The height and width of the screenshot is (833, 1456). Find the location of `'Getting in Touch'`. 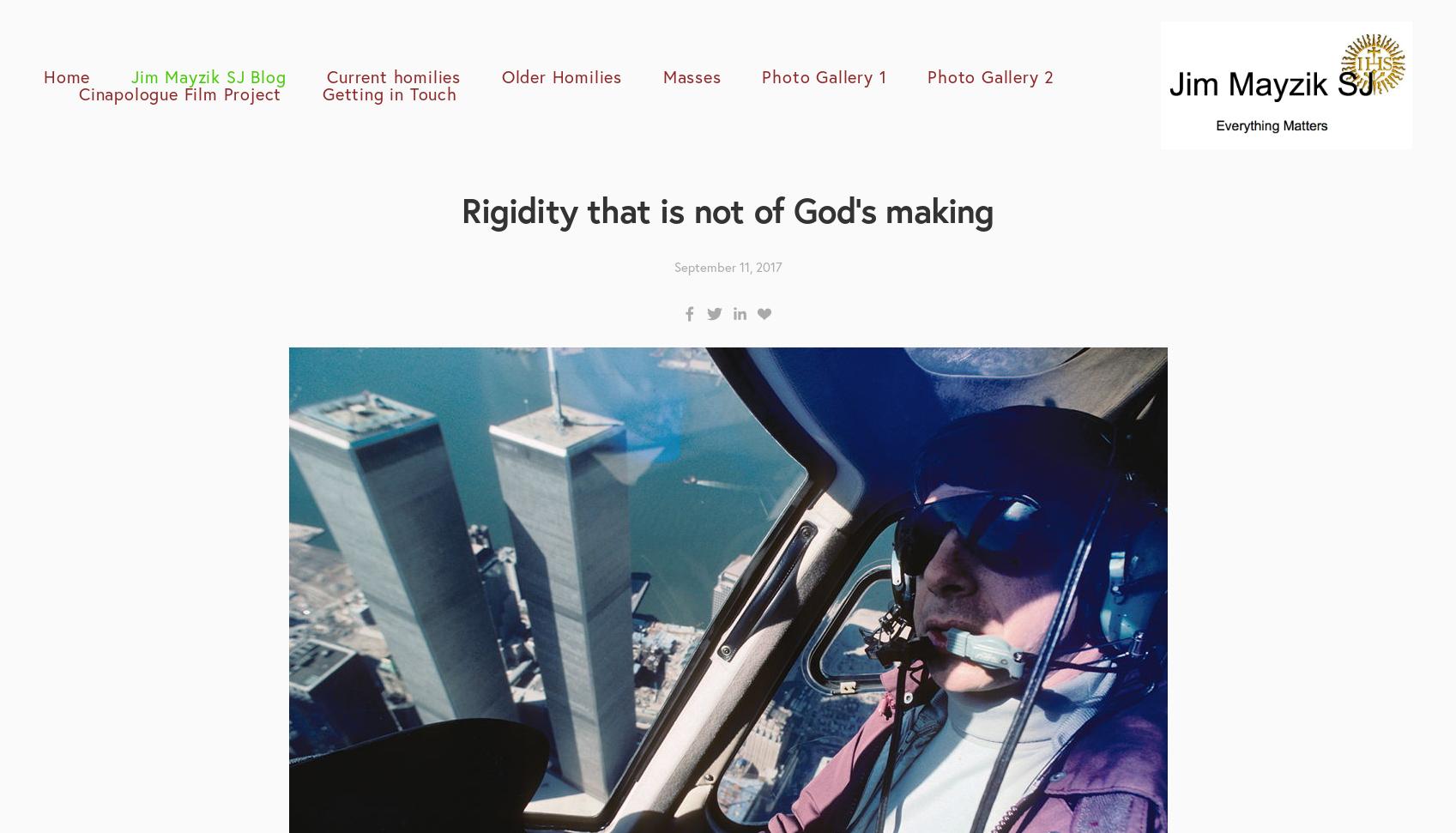

'Getting in Touch' is located at coordinates (388, 93).